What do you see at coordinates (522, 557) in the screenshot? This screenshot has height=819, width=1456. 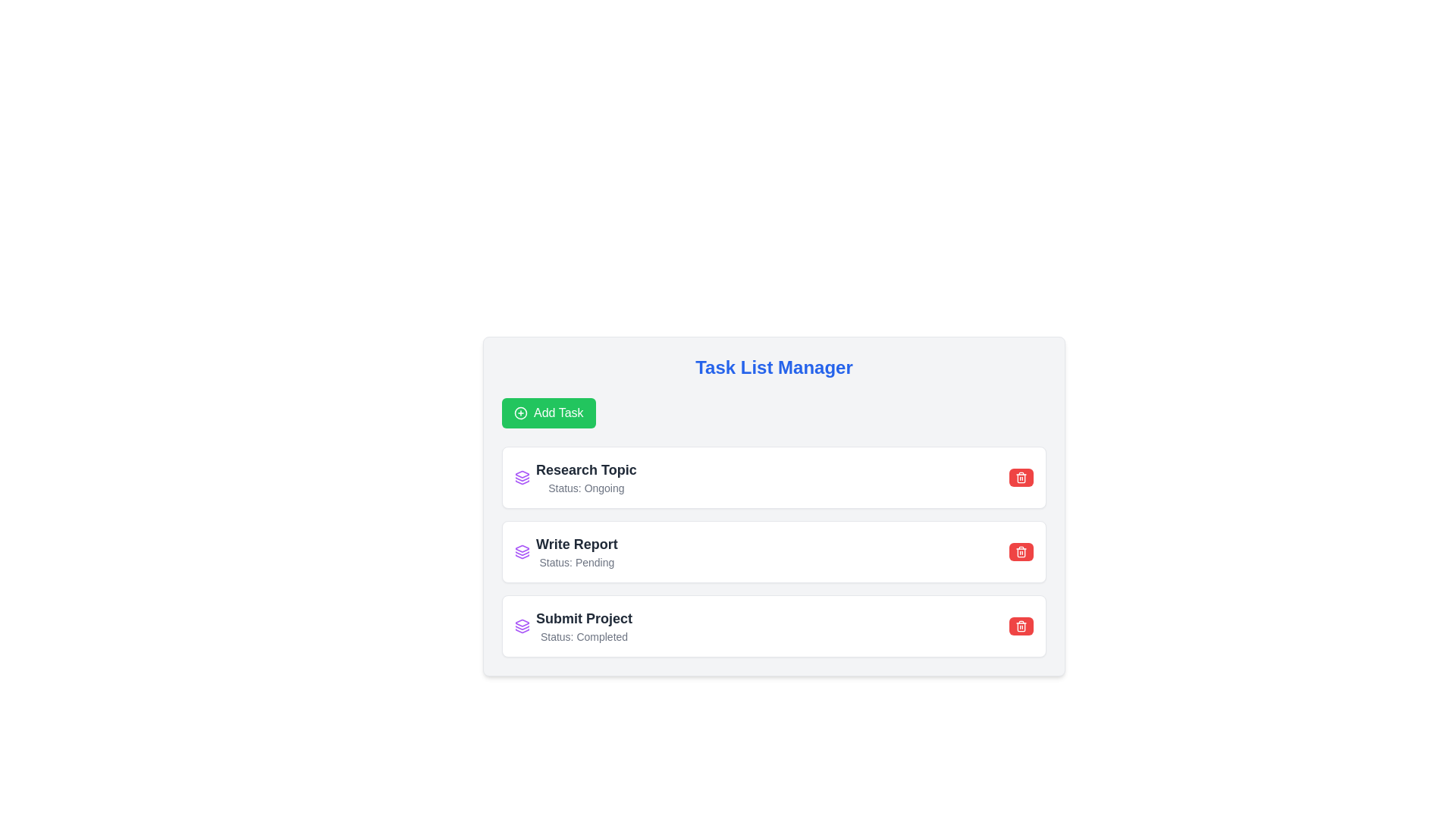 I see `the third subcomponent of the layered SVG icon representing a task entity, which is located to the left of the text 'Research Topic'` at bounding box center [522, 557].